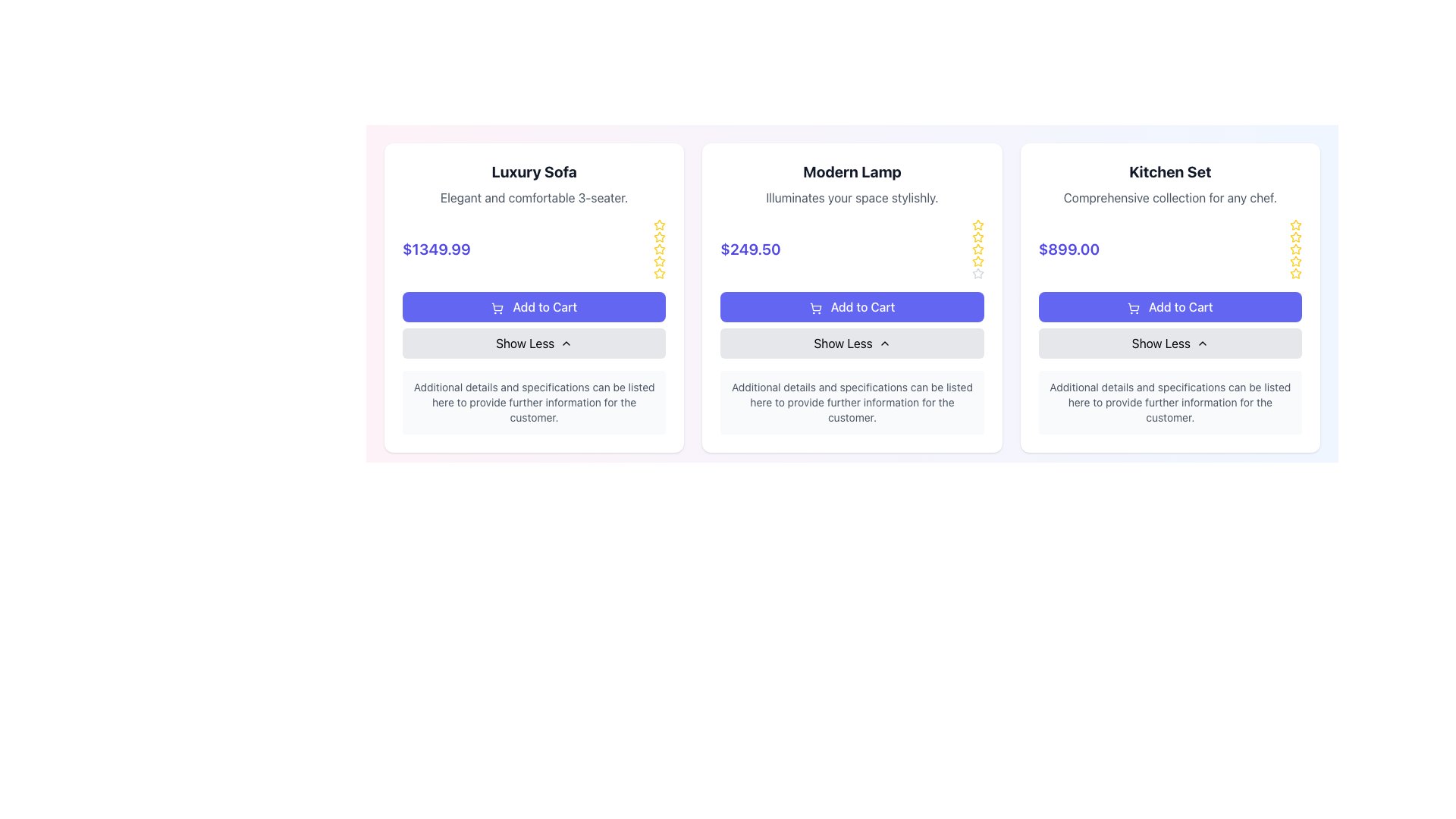 This screenshot has width=1456, height=819. I want to click on the fifth yellow star icon in the vertical stack of rating elements located under the 'Kitchen Set' item details, so click(1294, 274).